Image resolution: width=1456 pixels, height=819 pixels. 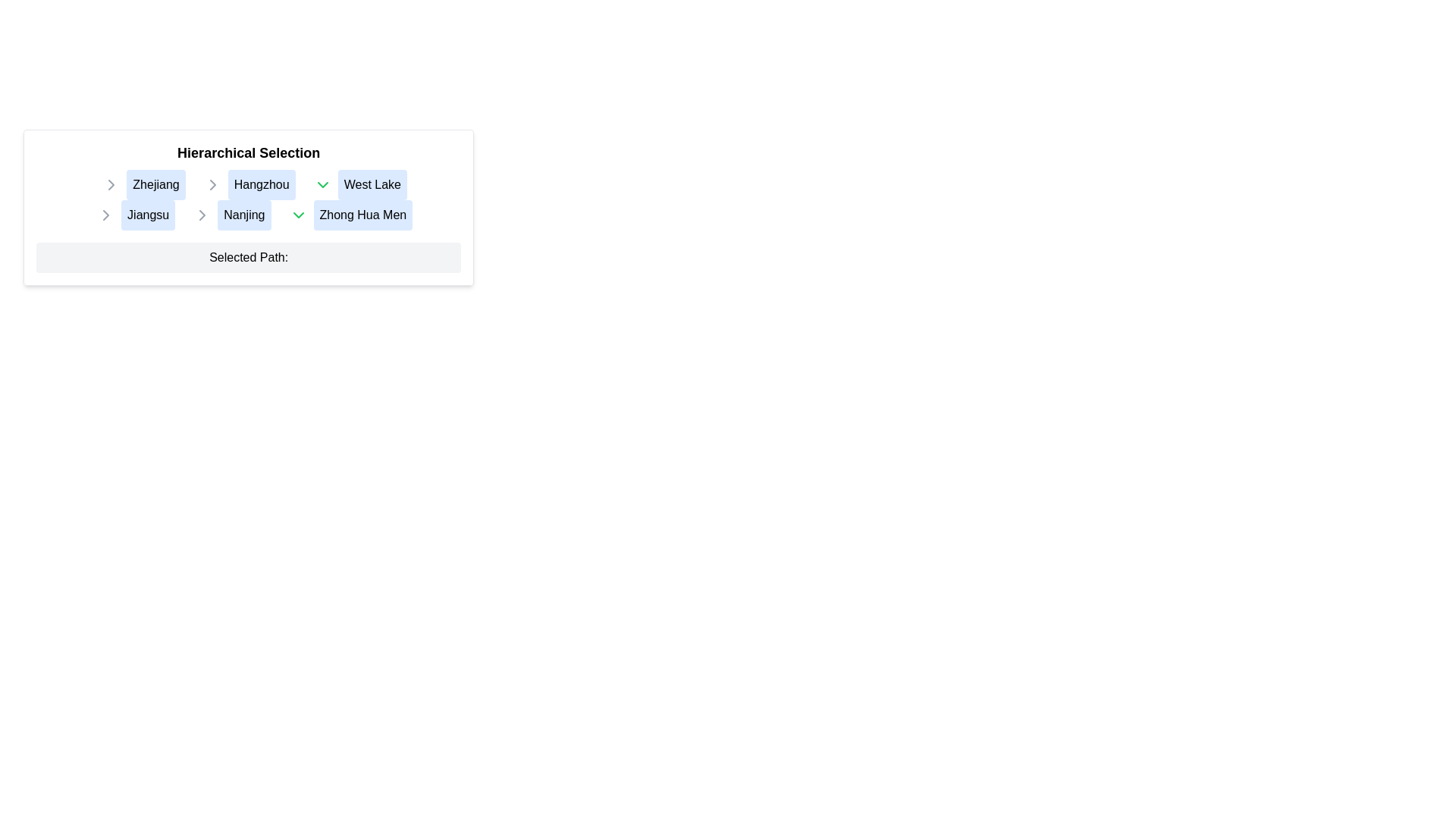 I want to click on the Right Arrow Icon, which serves as a navigation indicator for exploring further details related to 'Nanjing Zhong Hua Men', so click(x=202, y=215).